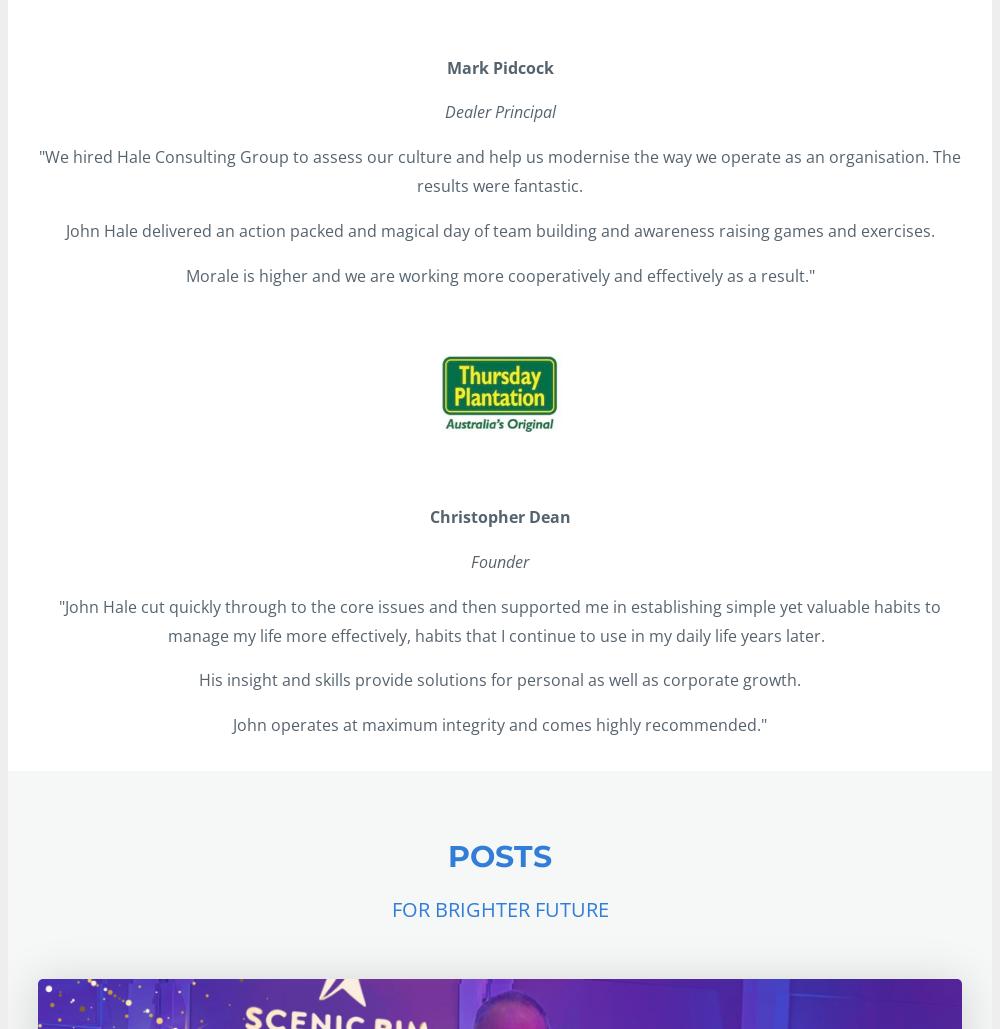 This screenshot has width=1000, height=1029. What do you see at coordinates (494, 724) in the screenshot?
I see `'John operates at maximum integrity and comes highly recommended'` at bounding box center [494, 724].